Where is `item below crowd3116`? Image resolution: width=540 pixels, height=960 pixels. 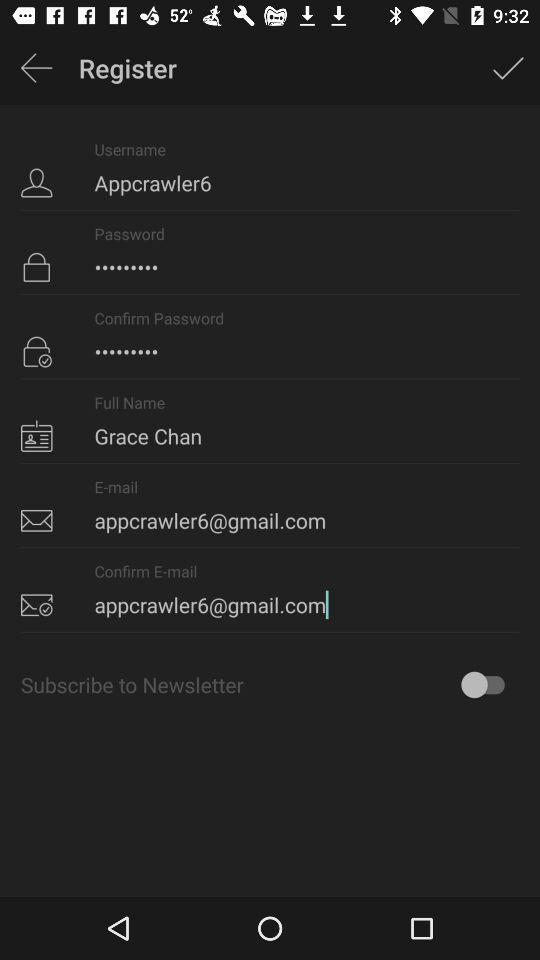 item below crowd3116 is located at coordinates (270, 421).